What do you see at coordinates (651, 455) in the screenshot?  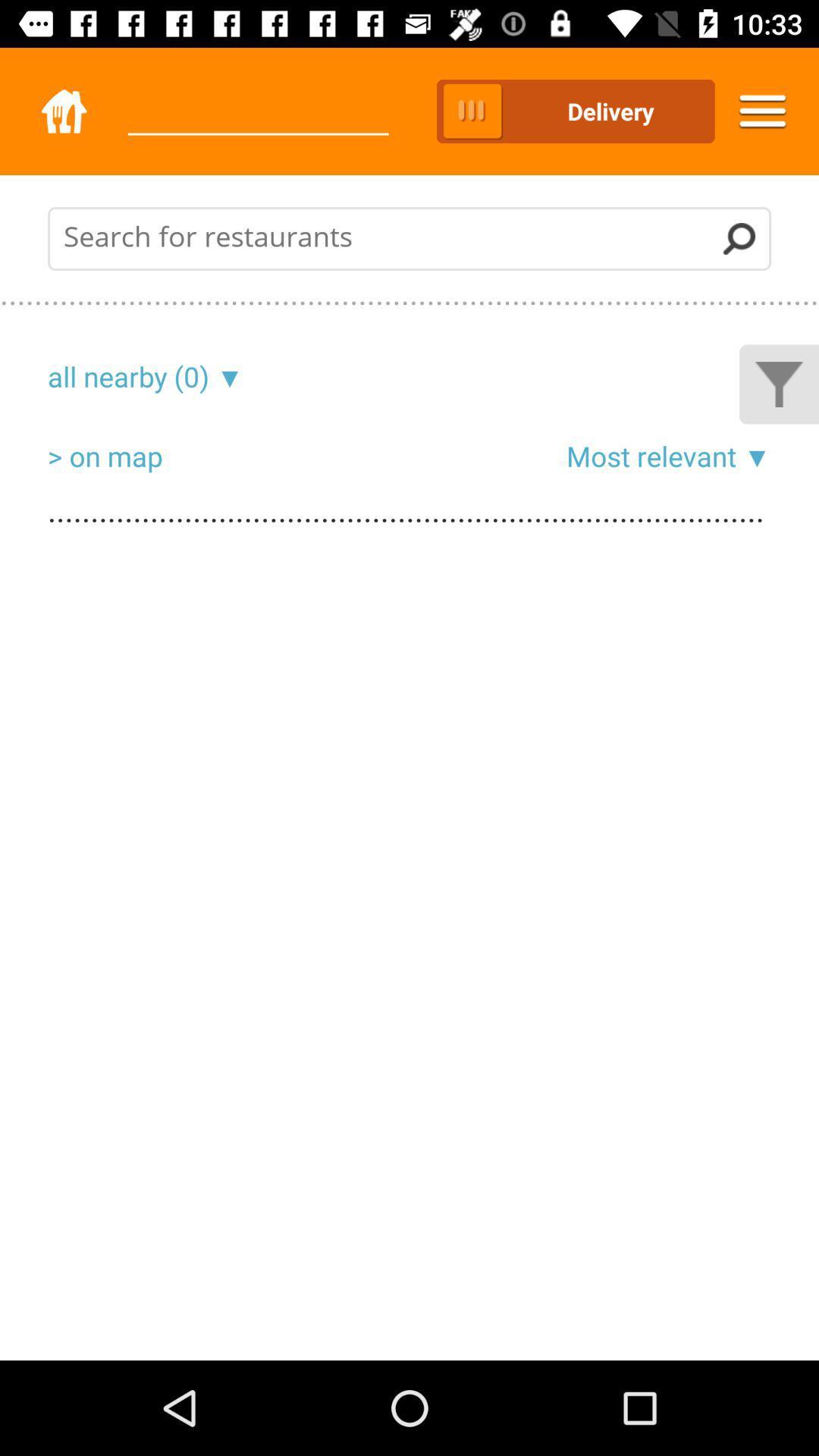 I see `most relevant icon` at bounding box center [651, 455].